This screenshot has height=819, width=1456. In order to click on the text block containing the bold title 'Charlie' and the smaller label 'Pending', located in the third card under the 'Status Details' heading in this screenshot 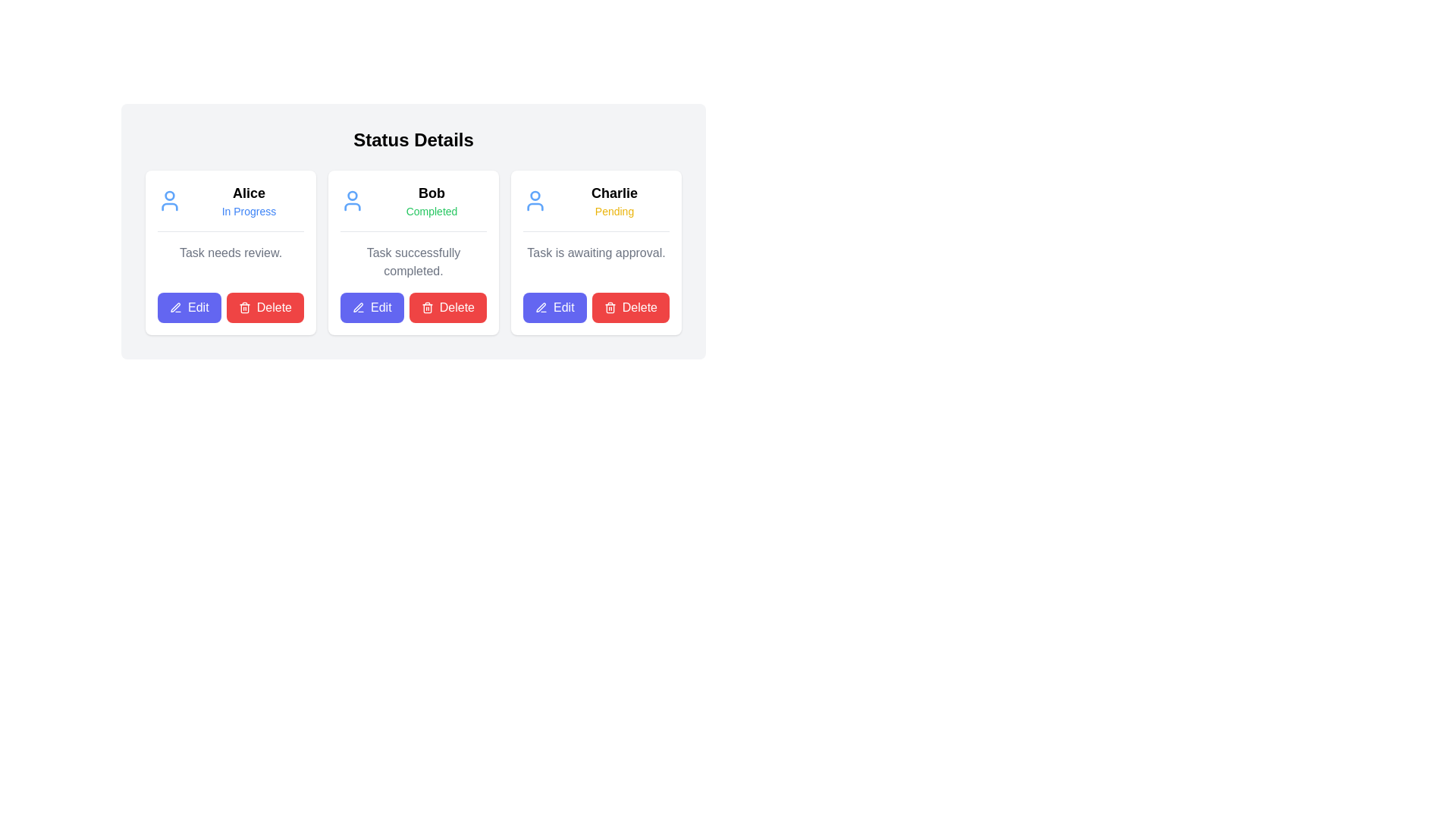, I will do `click(614, 200)`.